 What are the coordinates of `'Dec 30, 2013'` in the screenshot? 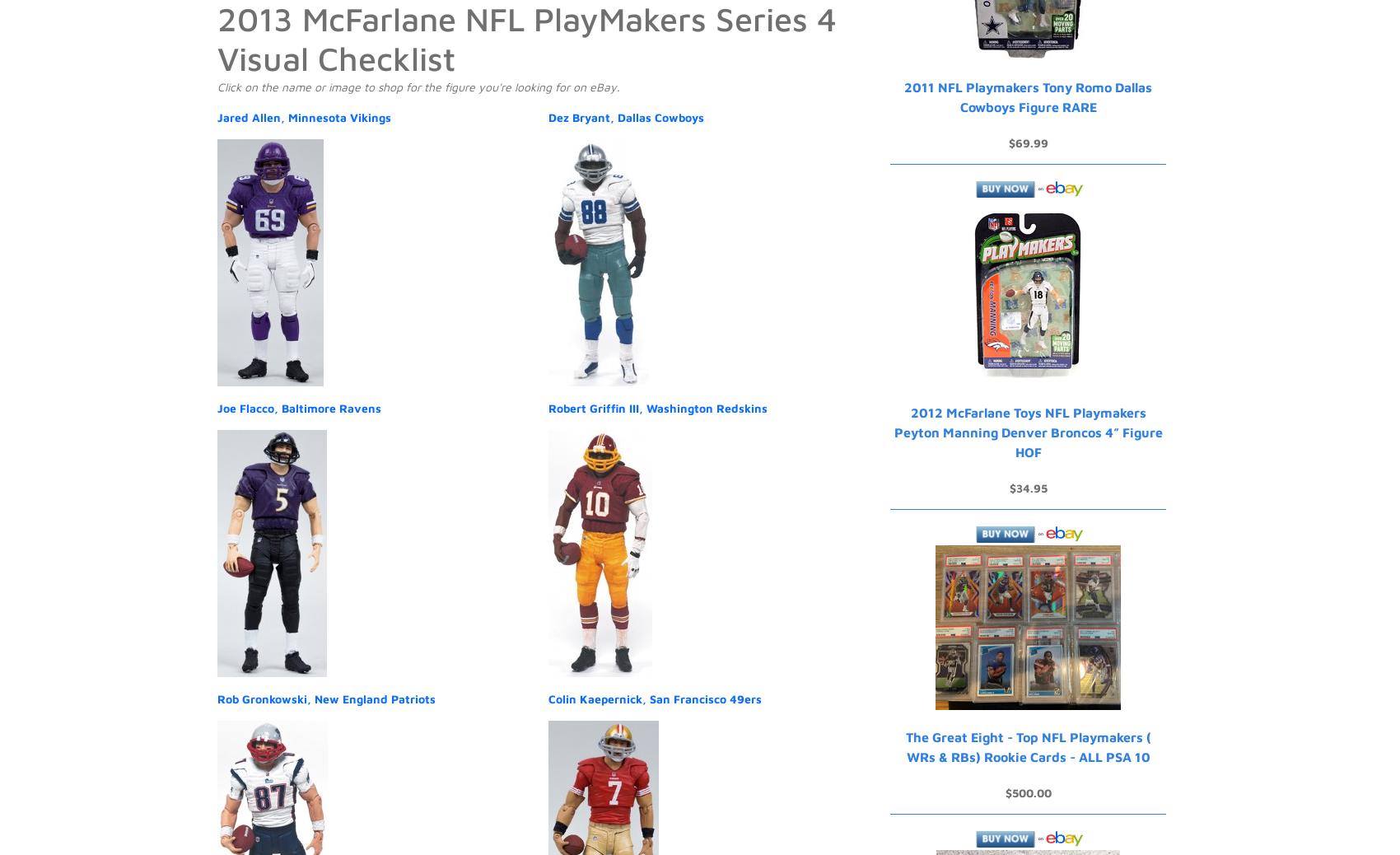 It's located at (374, 20).